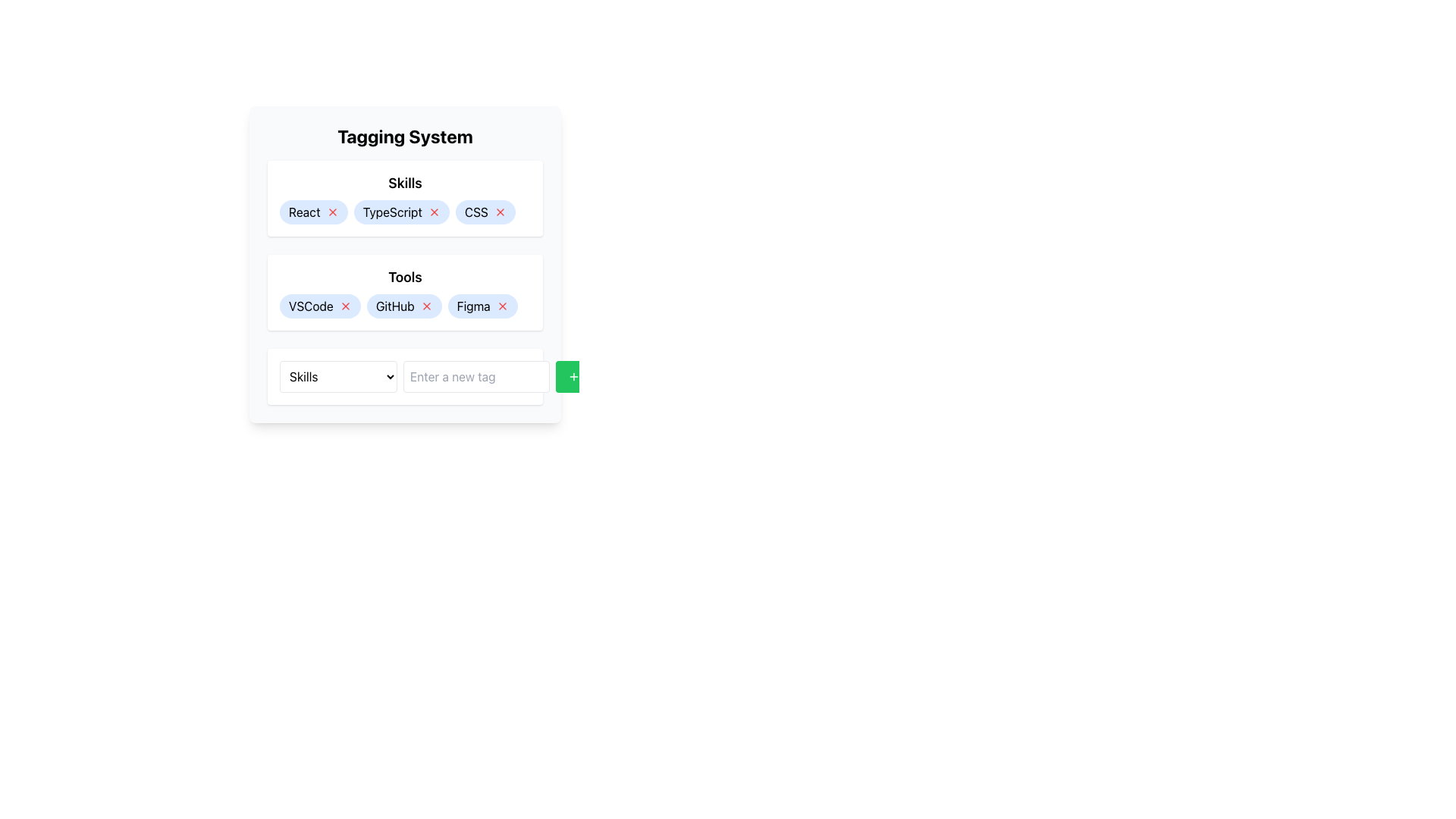 This screenshot has width=1456, height=819. Describe the element at coordinates (401, 212) in the screenshot. I see `the 'TypeScript' tag in the 'Skills' section, which has a light blue background and a red 'X' icon for removal, treating it as a static display` at that location.